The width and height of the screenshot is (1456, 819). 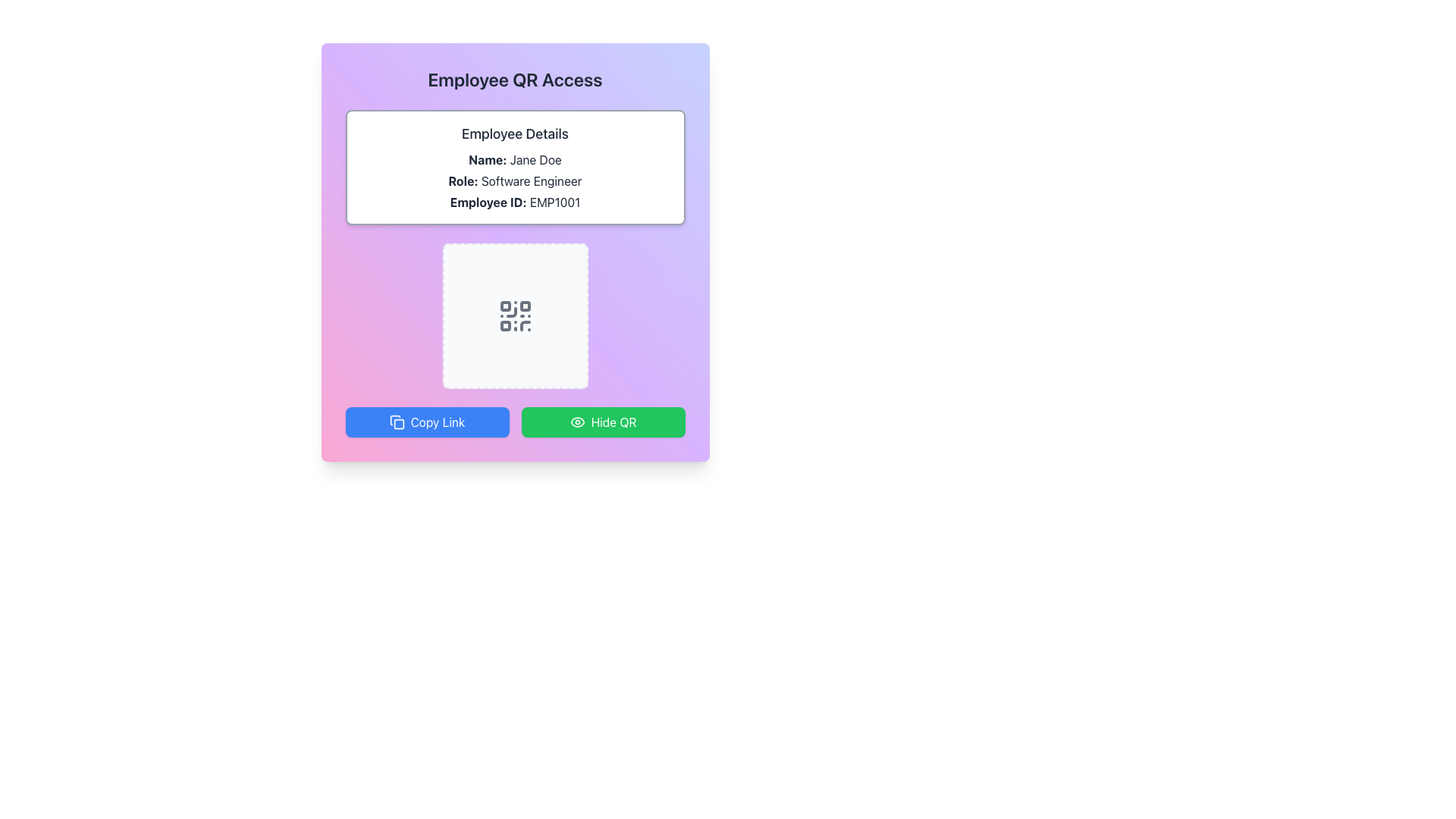 What do you see at coordinates (397, 422) in the screenshot?
I see `the copy action icon located within the blue 'Copy Link' button at the bottom-left of the interface` at bounding box center [397, 422].